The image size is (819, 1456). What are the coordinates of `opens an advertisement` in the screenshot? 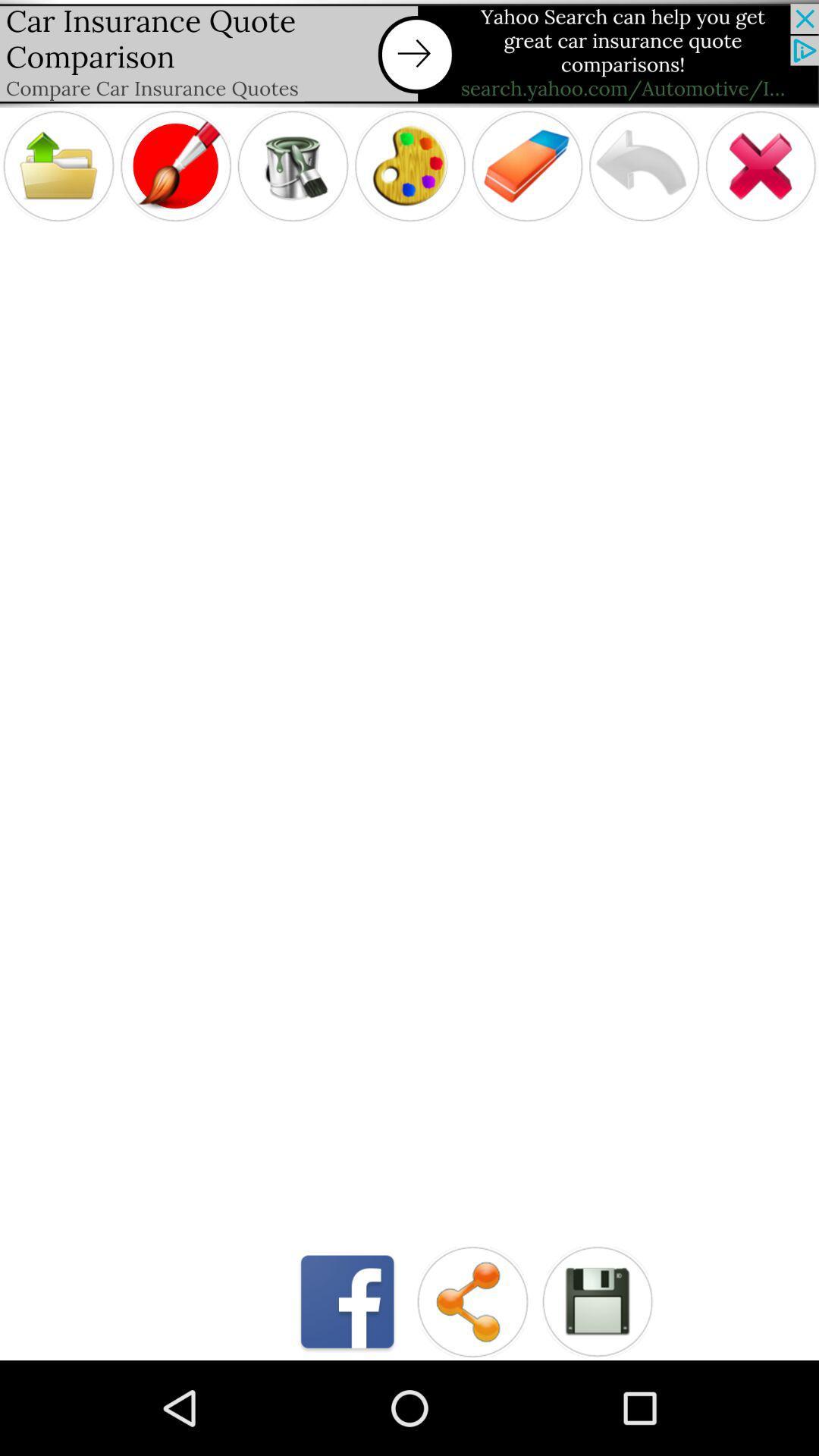 It's located at (409, 53).